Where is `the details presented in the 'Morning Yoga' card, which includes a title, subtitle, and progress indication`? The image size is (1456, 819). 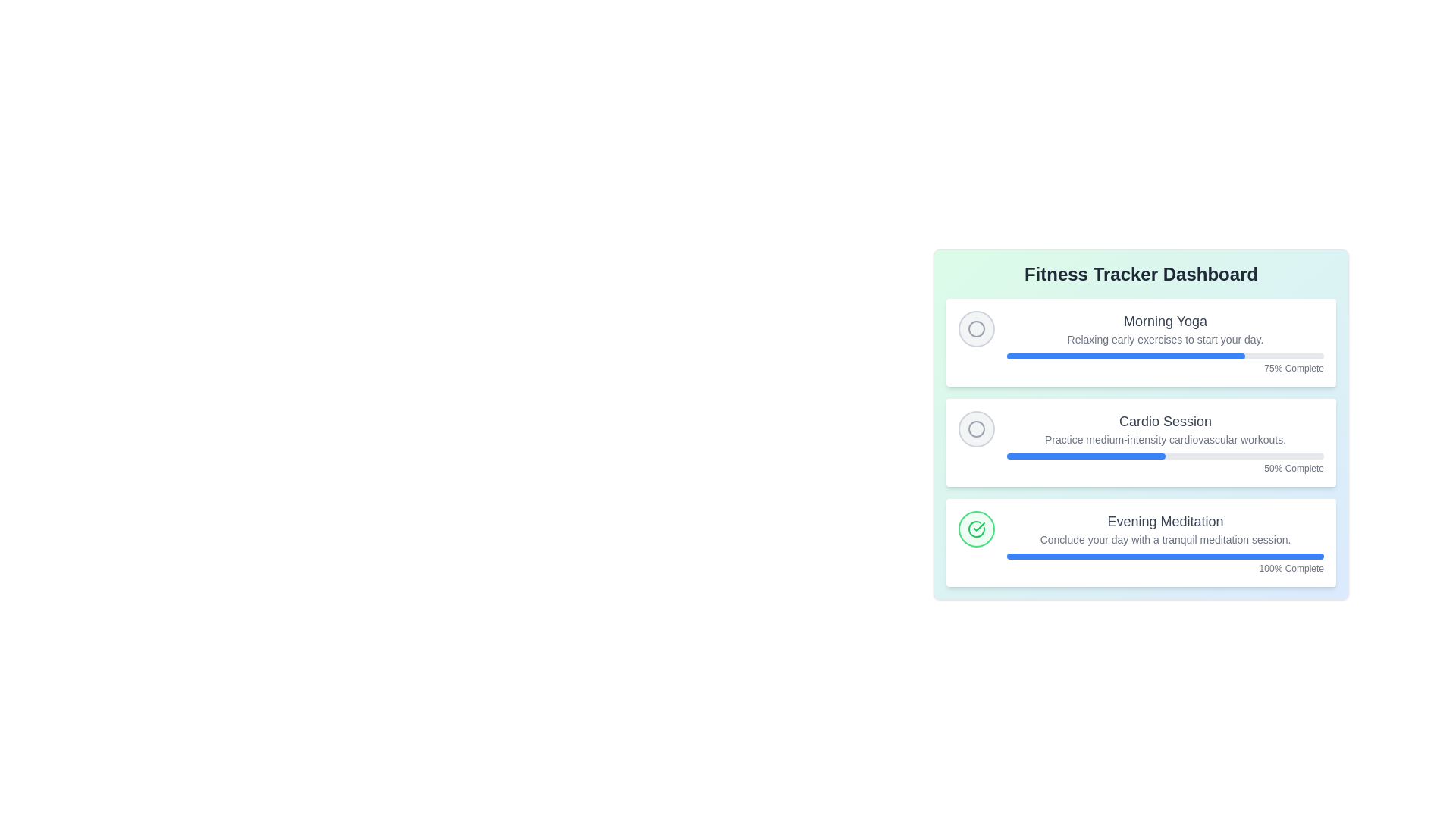 the details presented in the 'Morning Yoga' card, which includes a title, subtitle, and progress indication is located at coordinates (1141, 342).